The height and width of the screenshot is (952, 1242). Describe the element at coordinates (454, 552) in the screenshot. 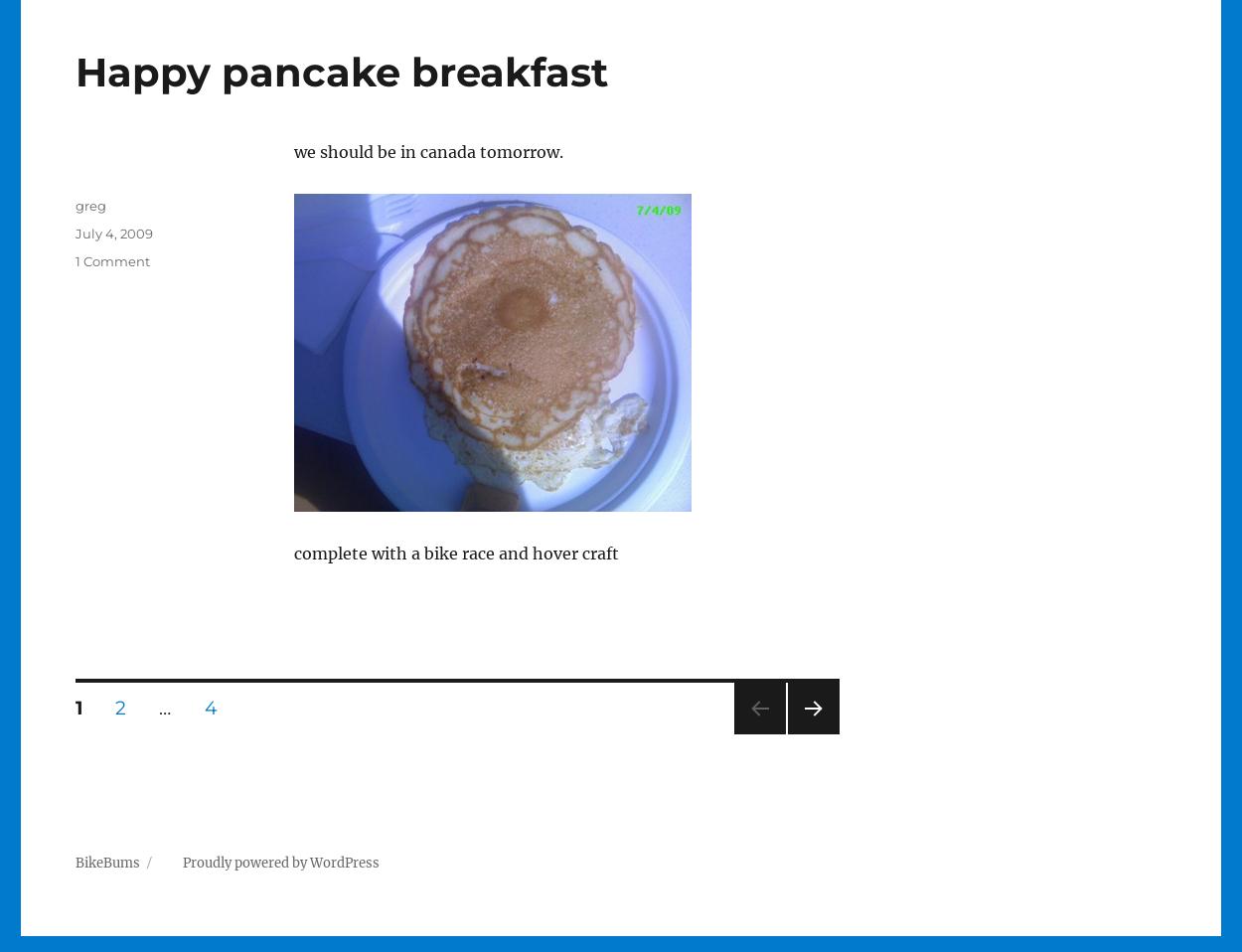

I see `'complete with a bike race and hover craft'` at that location.